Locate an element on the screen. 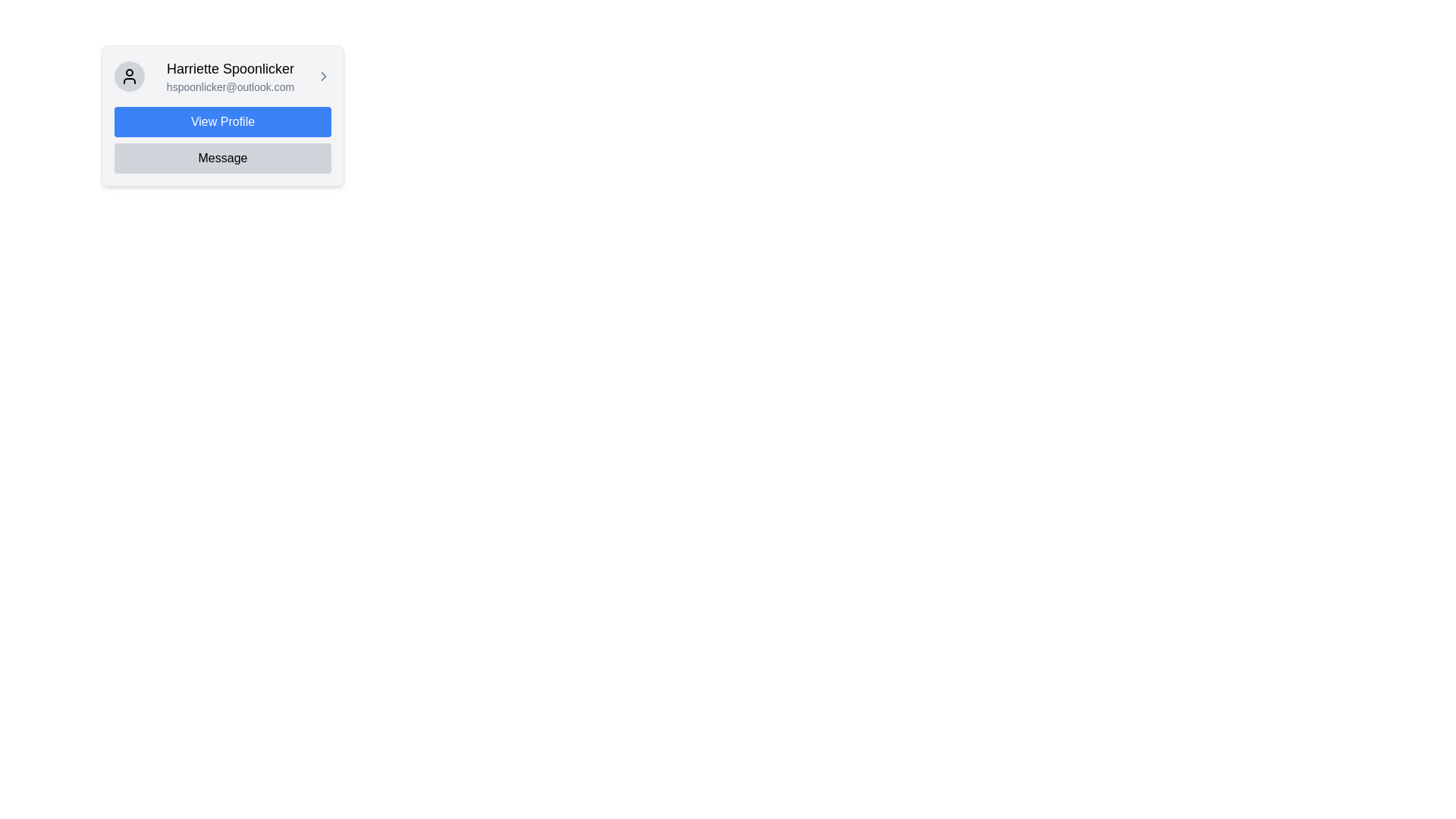 The width and height of the screenshot is (1456, 819). the first button element located centrally below the user's name and email, which opens a context menu for navigation to the profile view is located at coordinates (221, 115).